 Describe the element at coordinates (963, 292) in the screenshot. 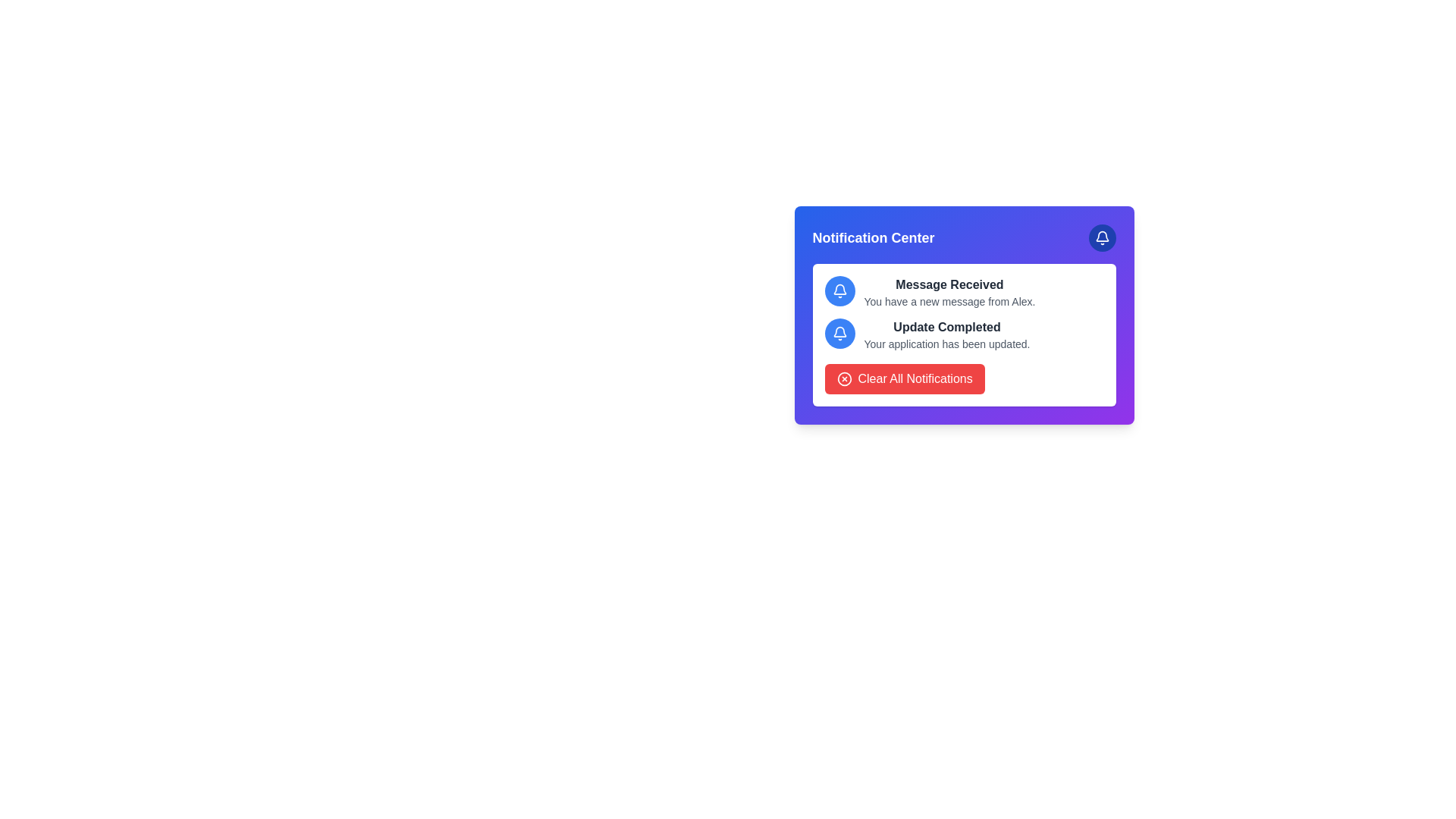

I see `the first notification element displaying 'Message Received' with the blue bell icon and supporting text about a new message from Alex` at that location.